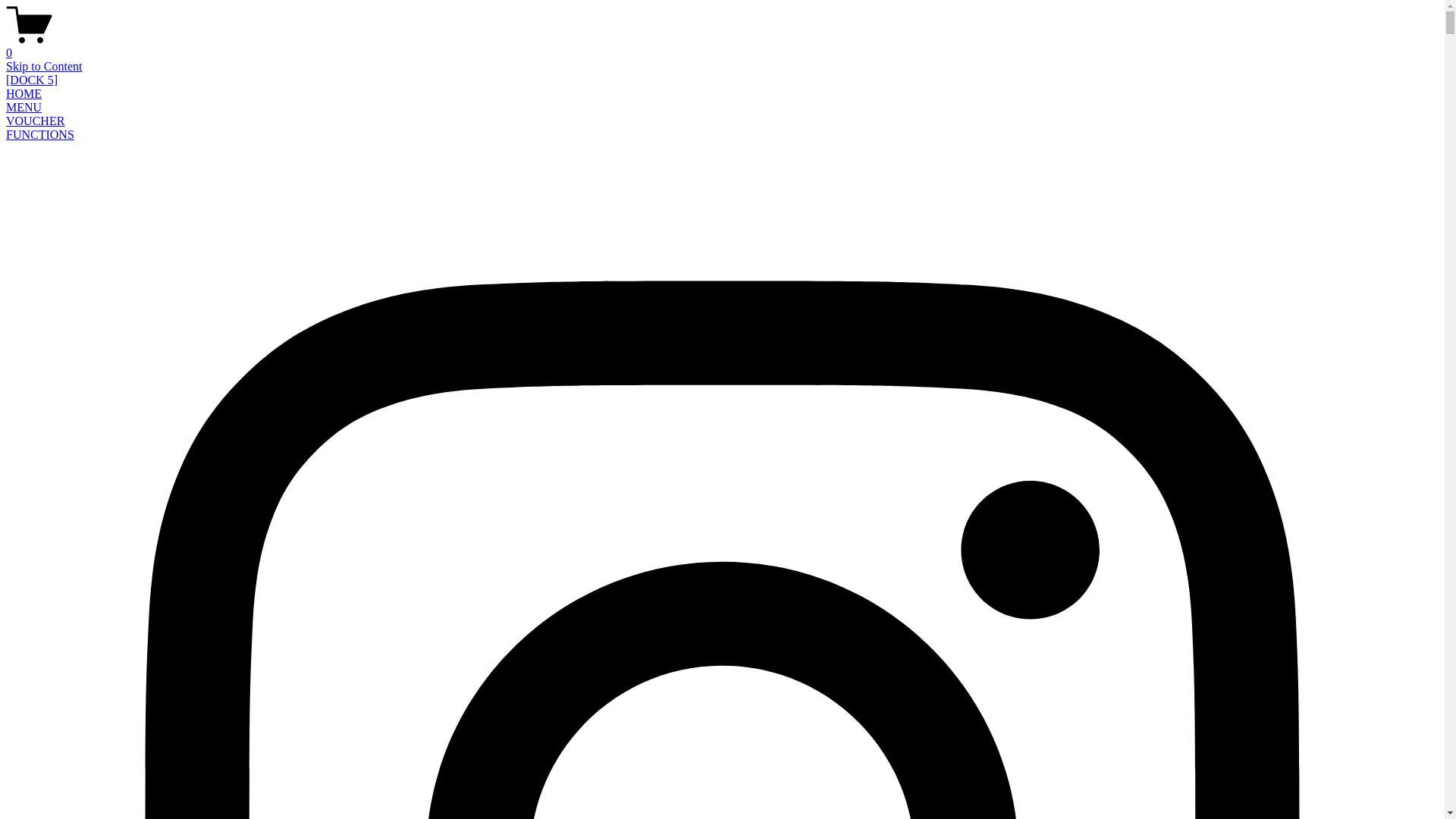 This screenshot has height=819, width=1456. Describe the element at coordinates (24, 106) in the screenshot. I see `'MENU'` at that location.